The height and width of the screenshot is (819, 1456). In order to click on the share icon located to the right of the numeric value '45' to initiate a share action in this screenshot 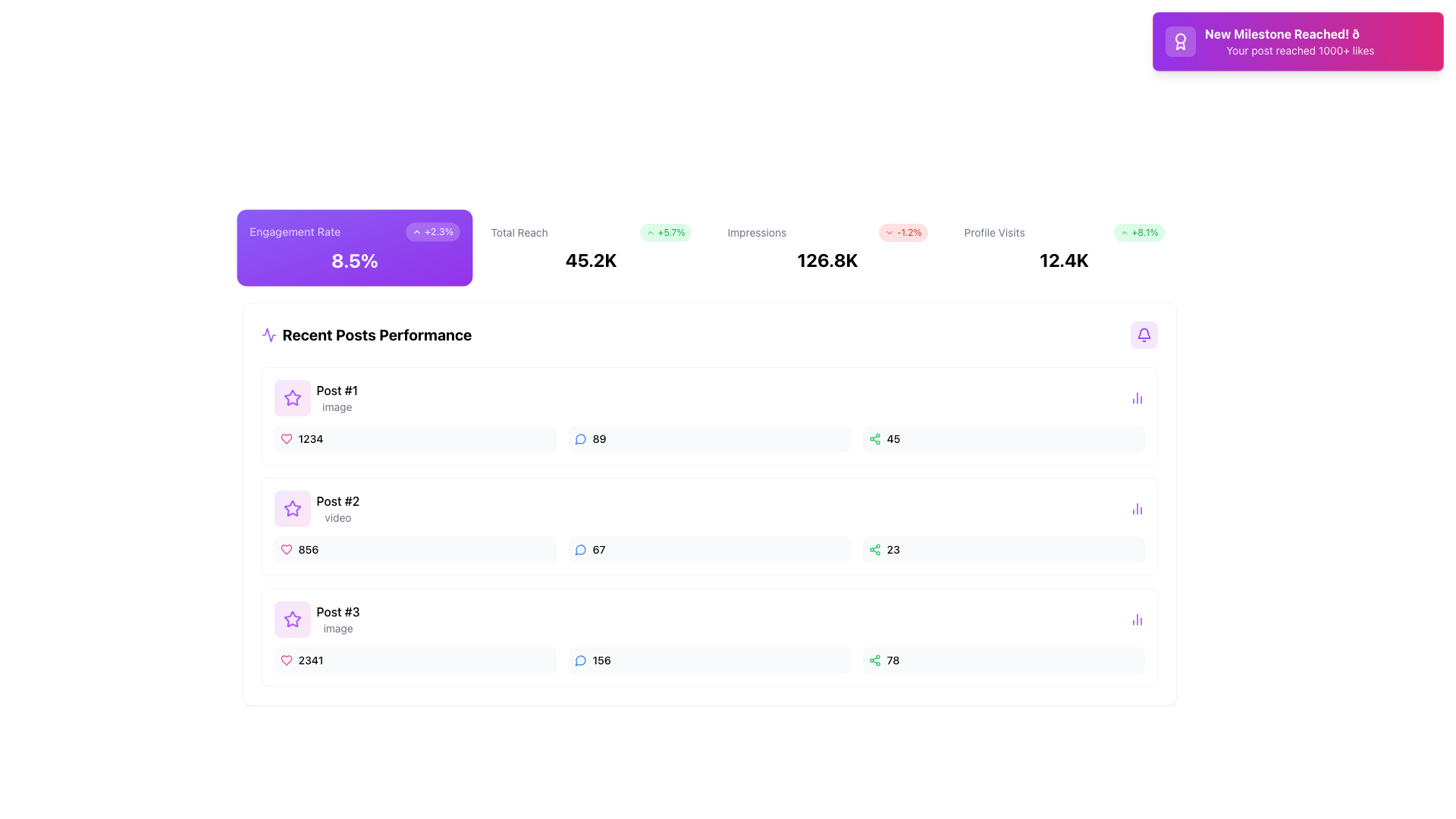, I will do `click(874, 438)`.